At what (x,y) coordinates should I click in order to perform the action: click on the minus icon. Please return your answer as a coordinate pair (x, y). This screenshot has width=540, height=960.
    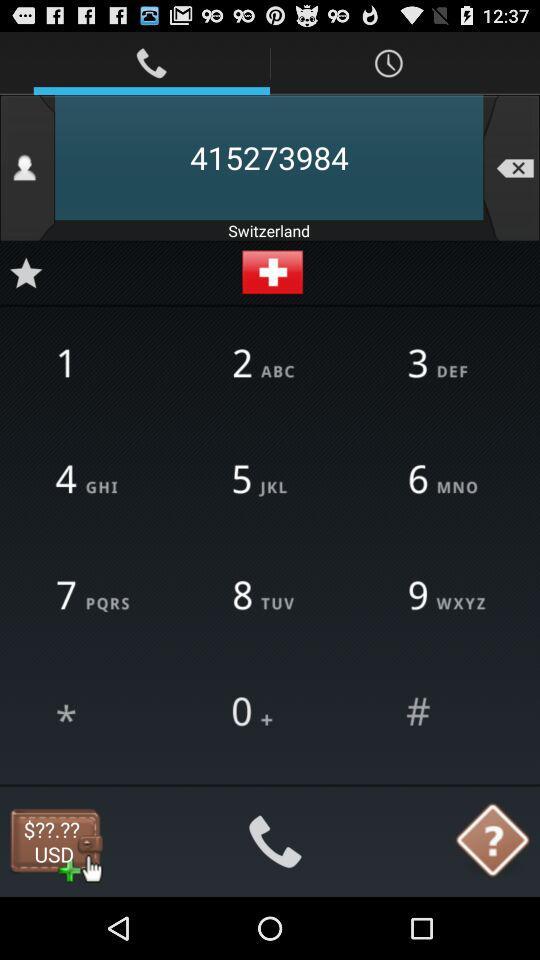
    Looking at the image, I should click on (511, 178).